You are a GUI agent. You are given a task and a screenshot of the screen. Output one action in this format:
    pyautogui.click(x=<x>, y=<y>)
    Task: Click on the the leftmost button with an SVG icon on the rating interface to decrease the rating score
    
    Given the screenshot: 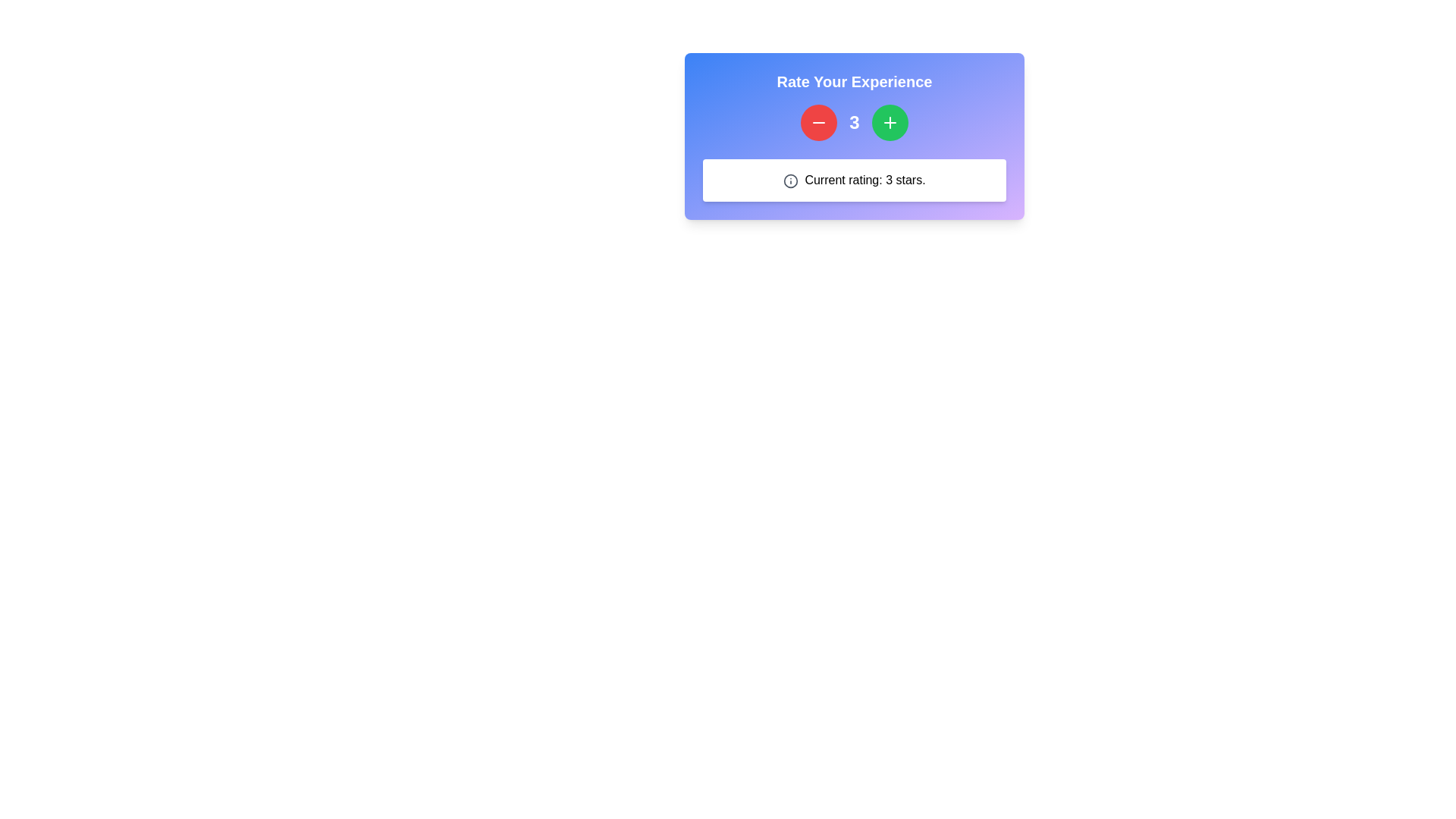 What is the action you would take?
    pyautogui.click(x=818, y=122)
    